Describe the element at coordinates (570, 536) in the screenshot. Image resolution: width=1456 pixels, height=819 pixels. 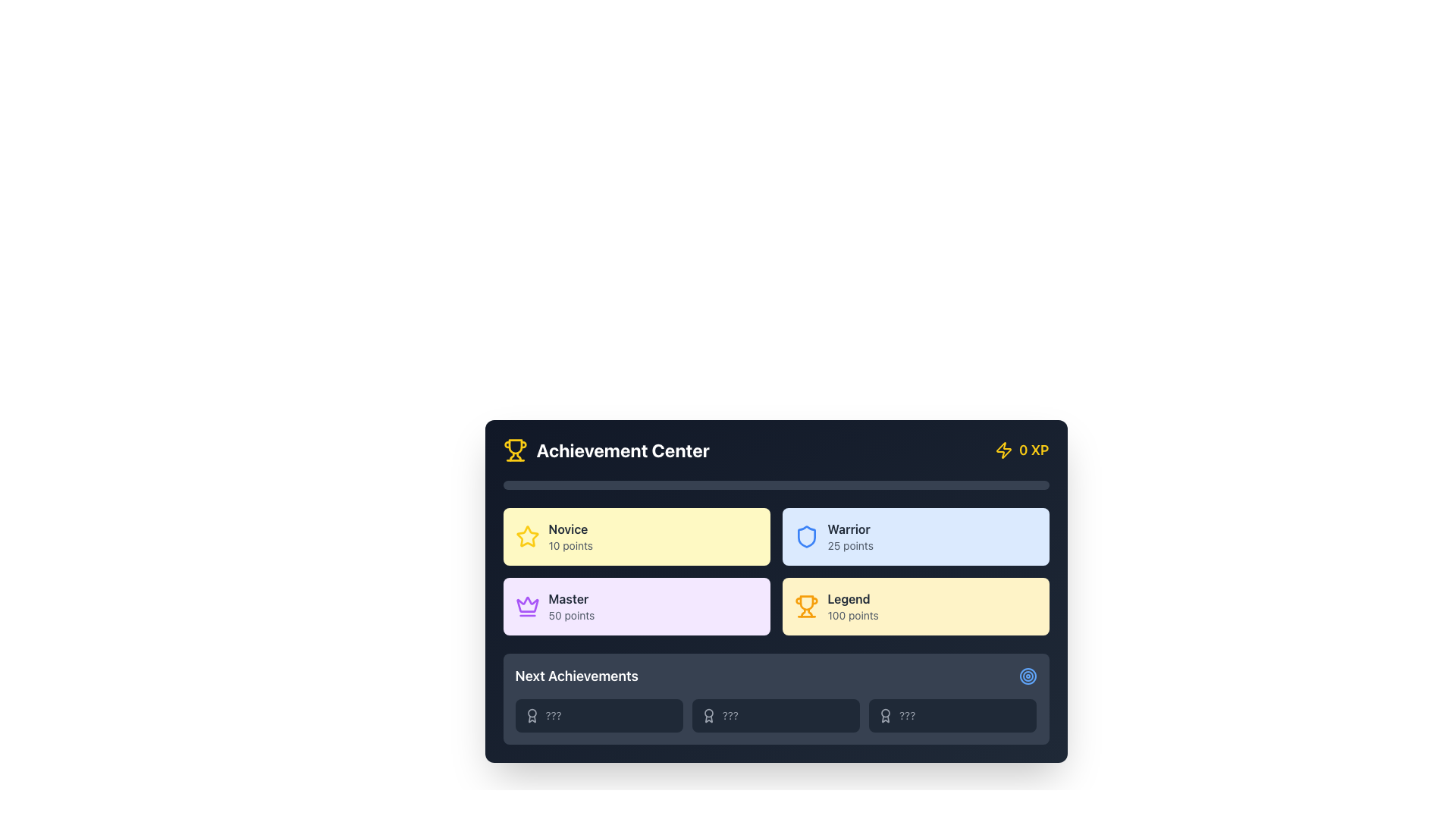
I see `text content of the text block that displays 'Novice' and '10 points', which is located in the top-left position of the grid layout in the 'Achievement Center' section` at that location.